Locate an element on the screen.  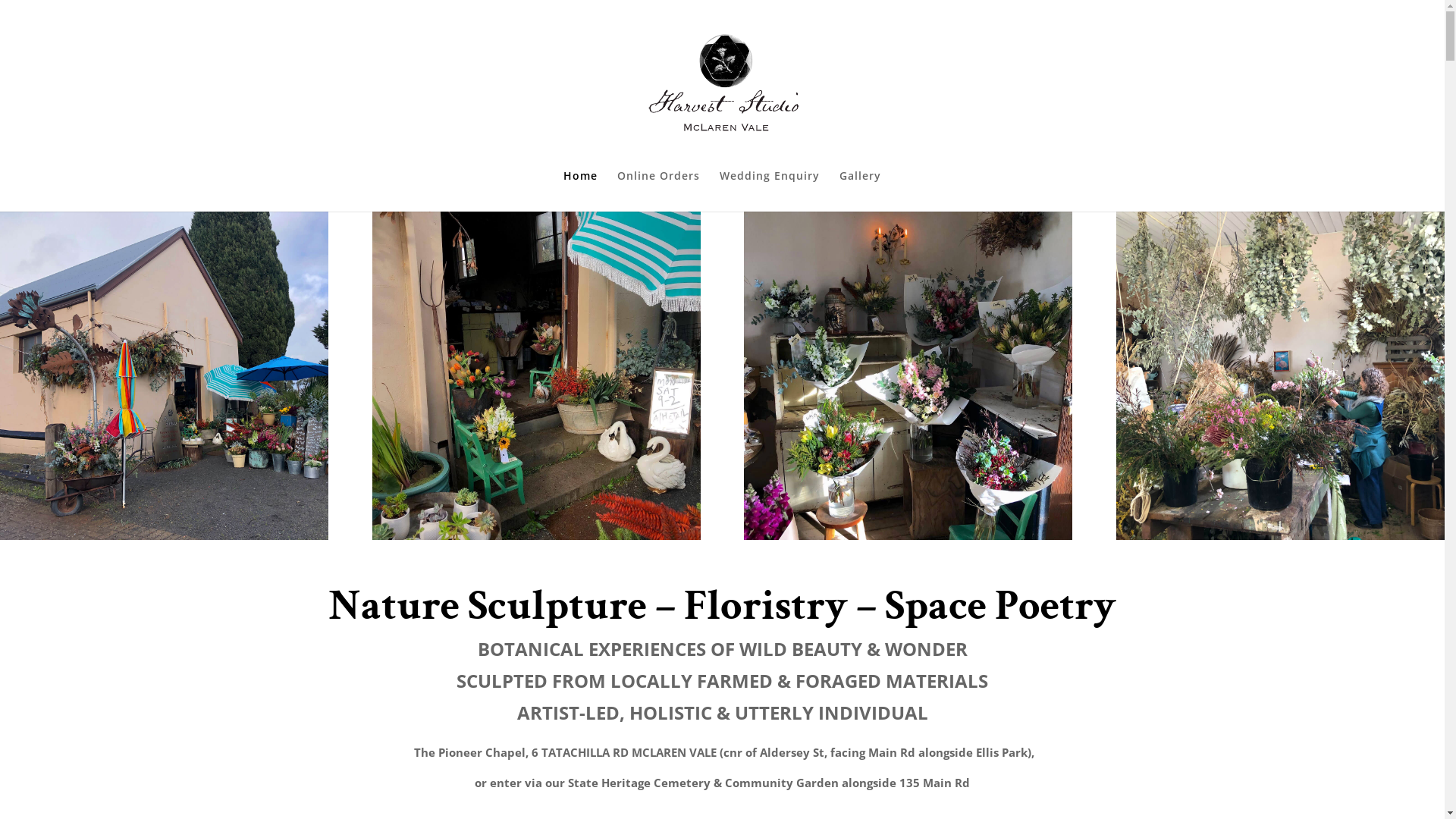
'hope-interior' is located at coordinates (1279, 375).